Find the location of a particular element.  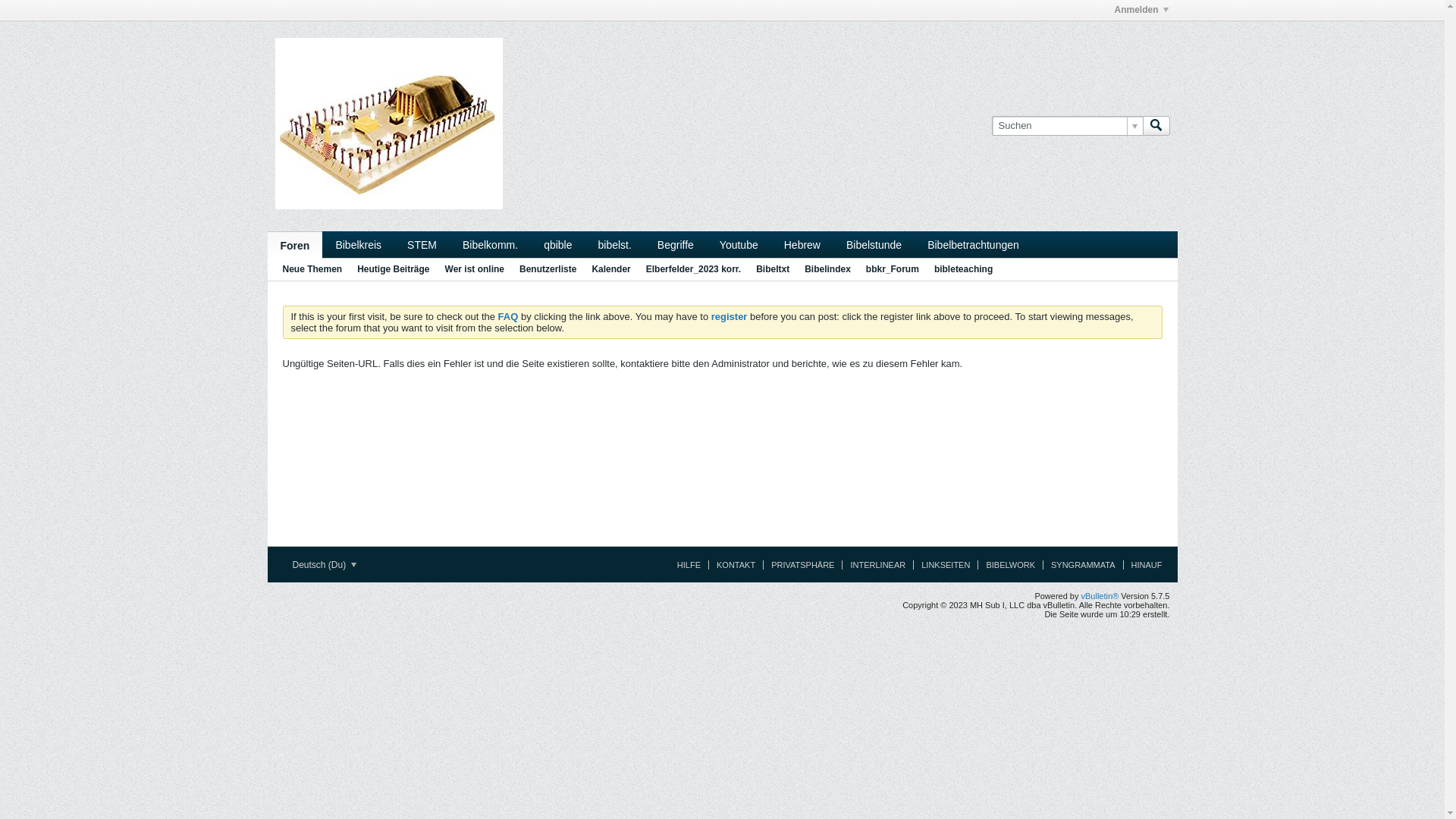

'Elberfelder_2023 korr.' is located at coordinates (645, 268).